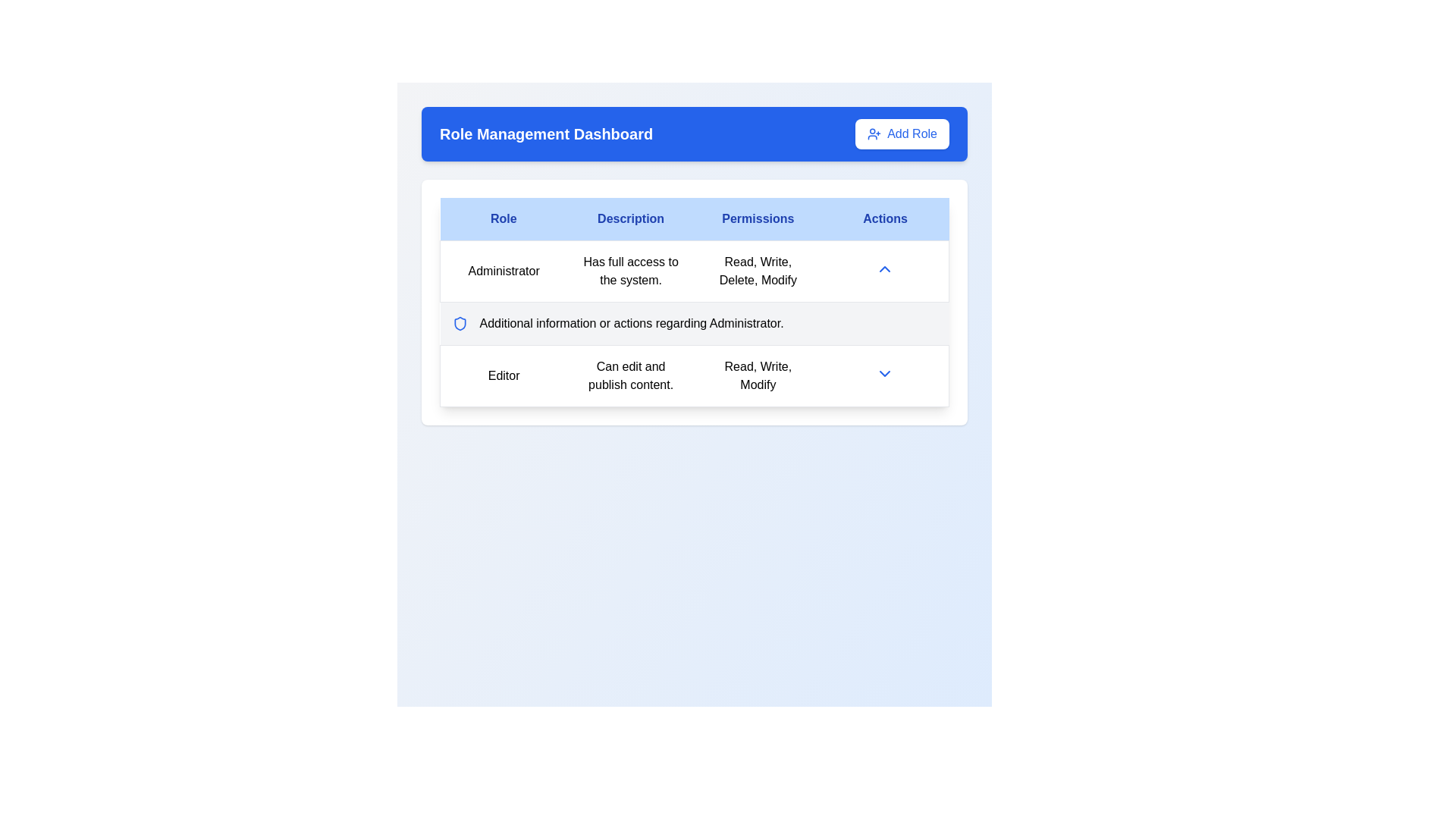  I want to click on the text label 'Role' which is a bold blue colored element located at the beginning of a table header row, so click(504, 219).